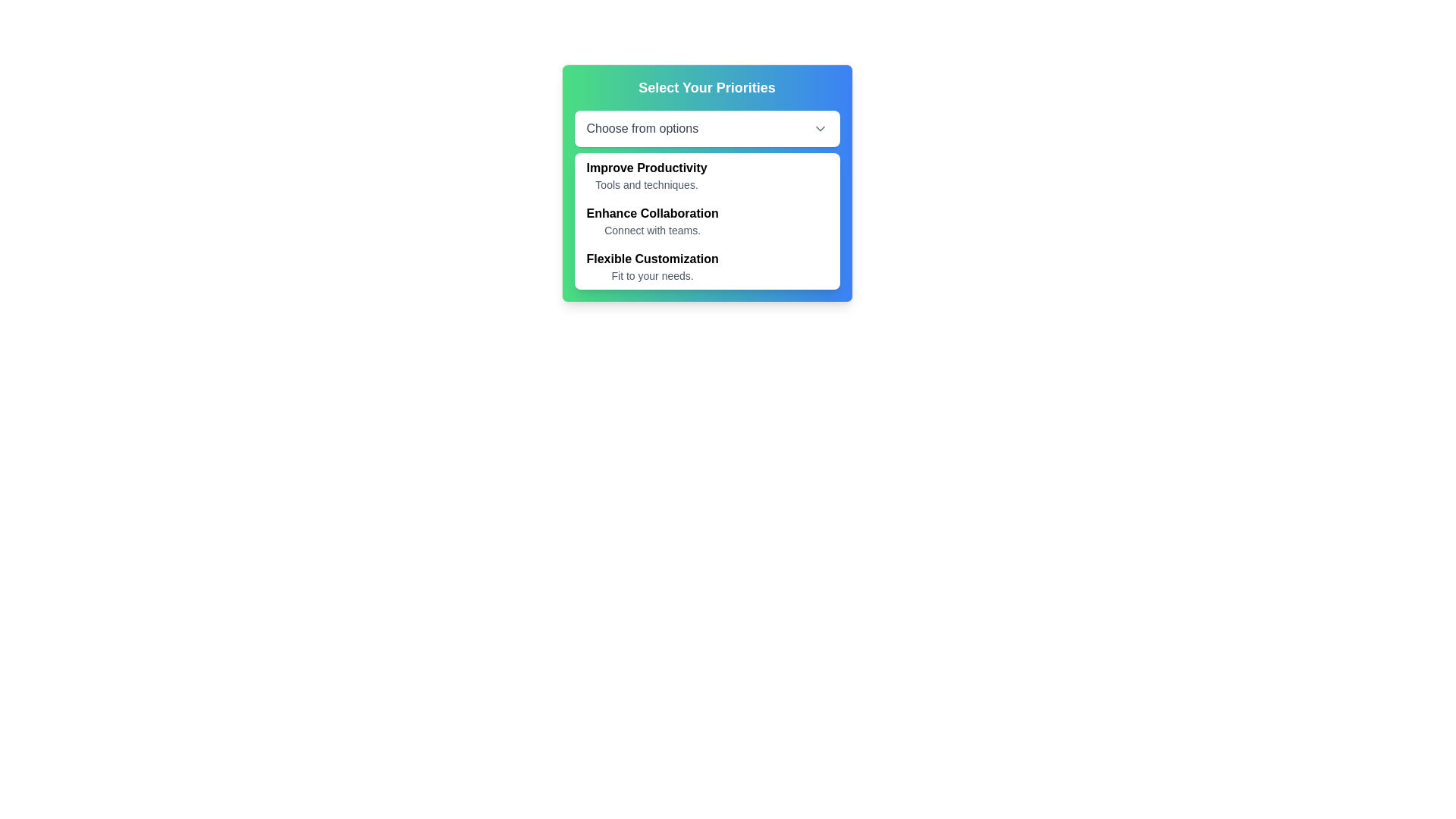  Describe the element at coordinates (652, 231) in the screenshot. I see `the text label providing additional descriptive information related to the header 'Enhance Collaboration' located below the header in the dropdown interface` at that location.